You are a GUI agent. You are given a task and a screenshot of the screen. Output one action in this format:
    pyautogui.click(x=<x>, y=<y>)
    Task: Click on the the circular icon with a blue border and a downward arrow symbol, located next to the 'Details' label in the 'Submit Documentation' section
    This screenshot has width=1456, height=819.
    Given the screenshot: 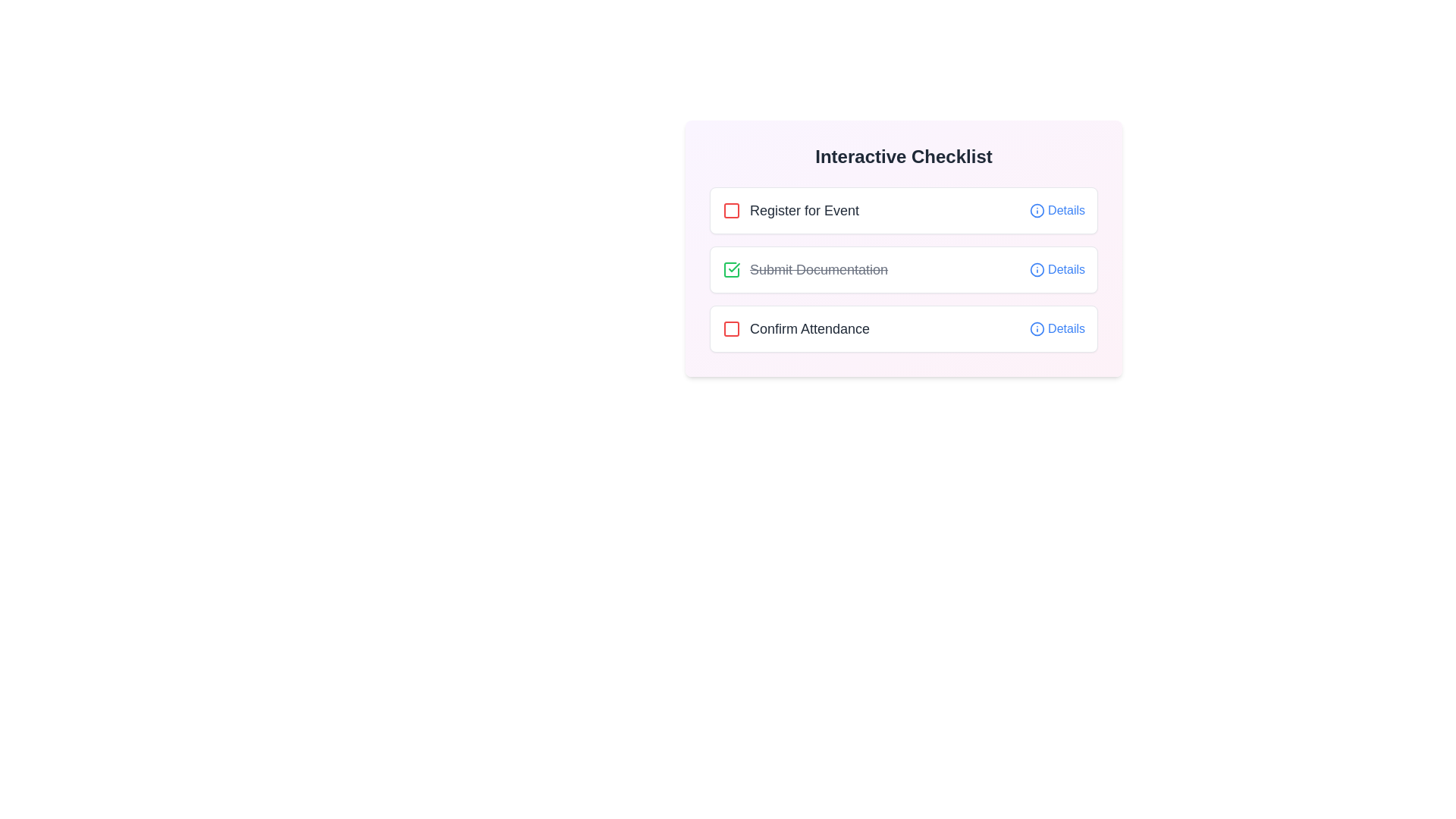 What is the action you would take?
    pyautogui.click(x=1037, y=268)
    